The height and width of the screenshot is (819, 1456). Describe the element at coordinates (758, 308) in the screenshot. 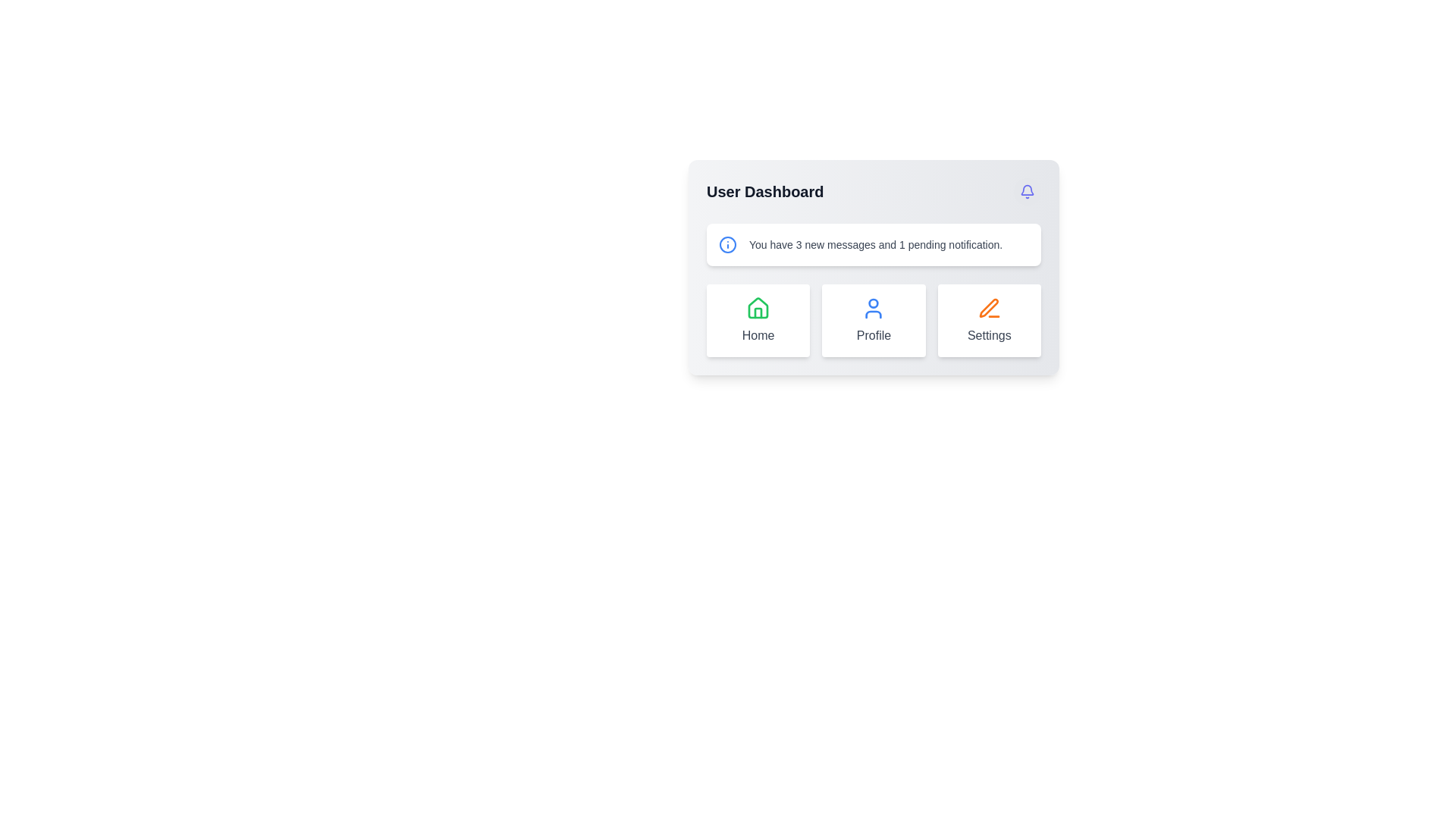

I see `the 'Home' icon located in the top-left of the main card area, which serves as a navigation tool to the user's home/dashboard page` at that location.